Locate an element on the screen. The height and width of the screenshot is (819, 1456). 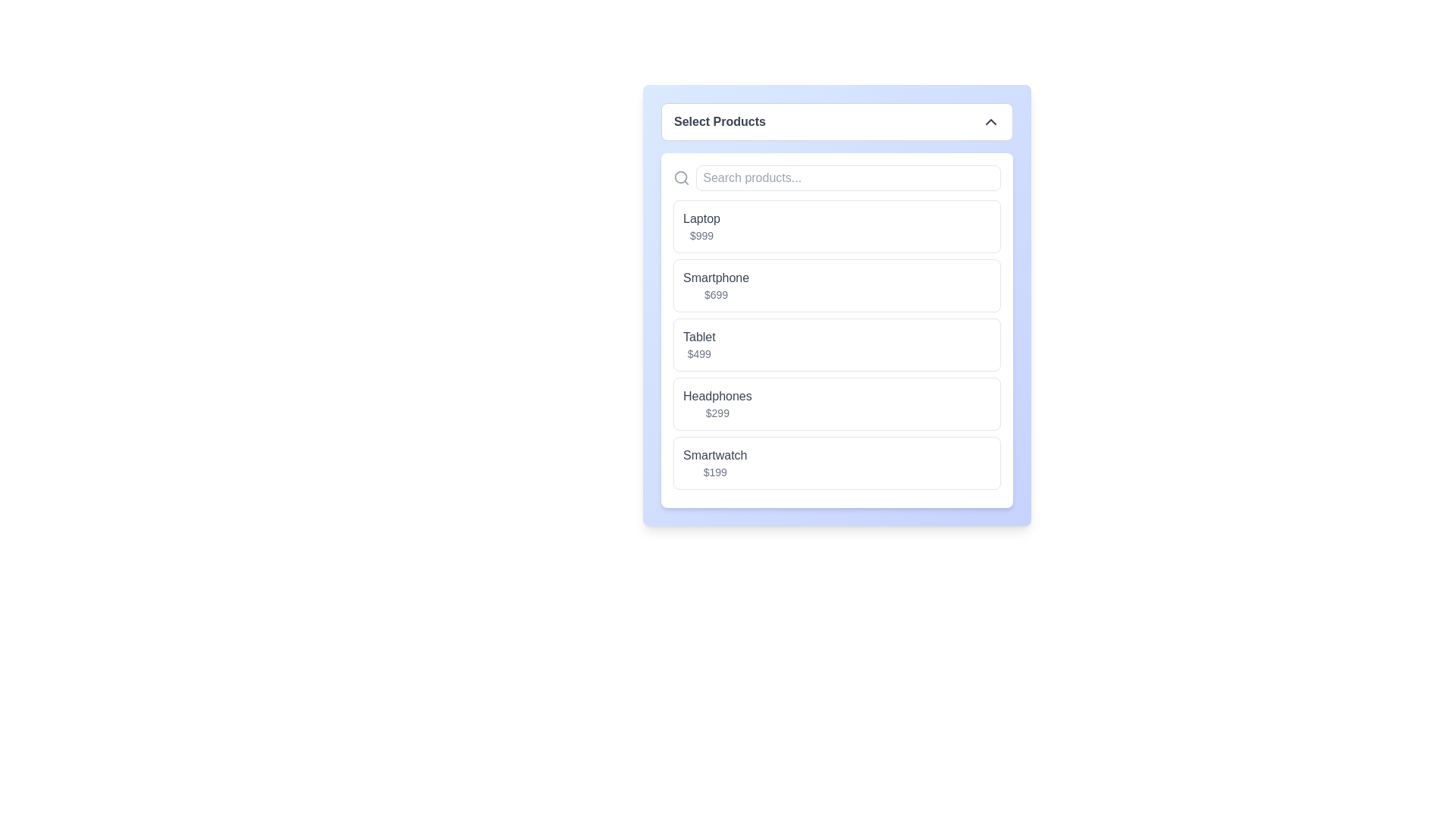
the first product selection entry labeled 'Laptop' with a price of '$999' in the product selection interface is located at coordinates (836, 227).